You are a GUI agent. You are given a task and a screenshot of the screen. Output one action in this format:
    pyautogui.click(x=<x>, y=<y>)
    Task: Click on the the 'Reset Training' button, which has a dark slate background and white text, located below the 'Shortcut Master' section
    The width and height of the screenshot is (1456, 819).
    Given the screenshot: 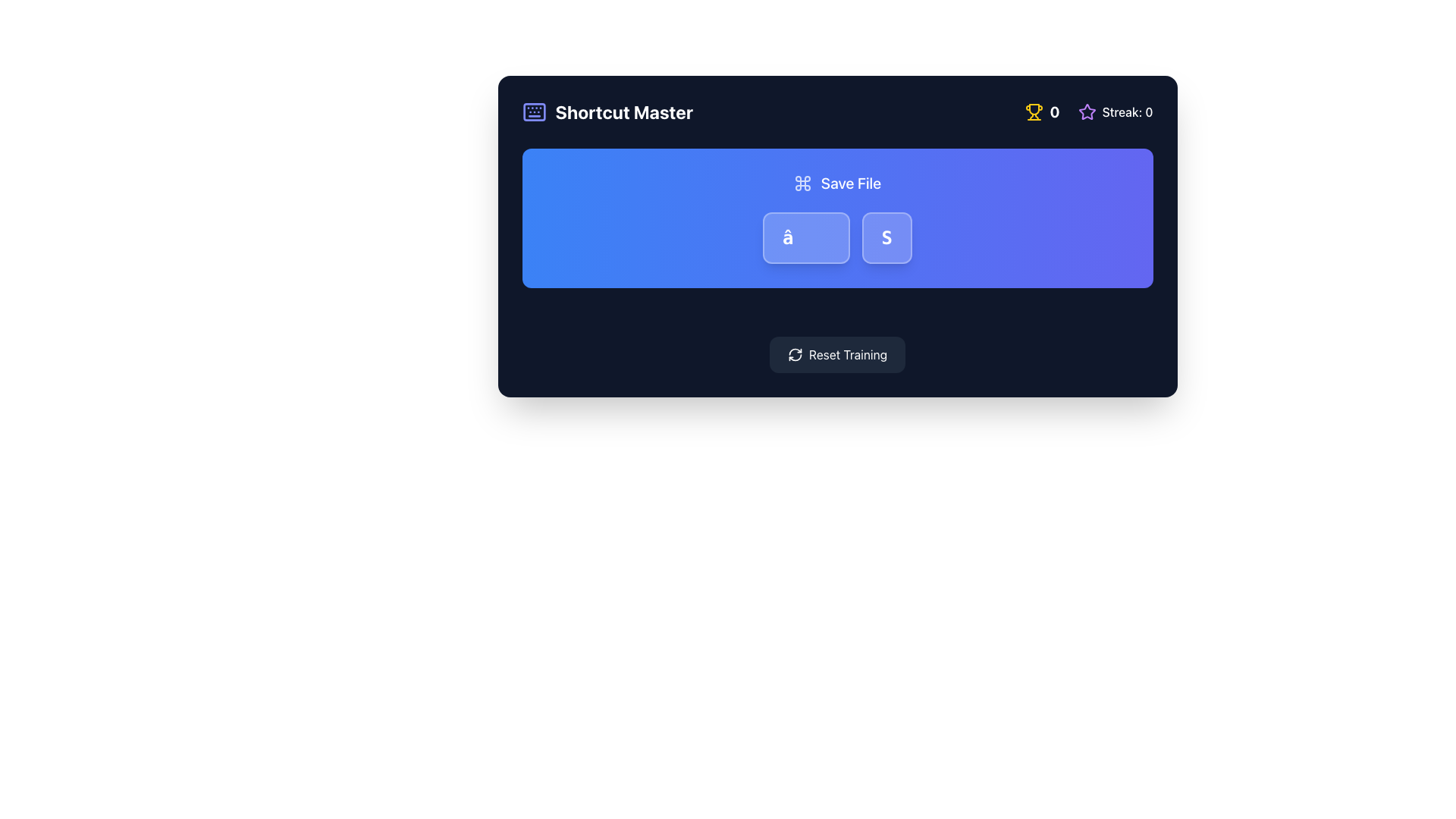 What is the action you would take?
    pyautogui.click(x=836, y=354)
    